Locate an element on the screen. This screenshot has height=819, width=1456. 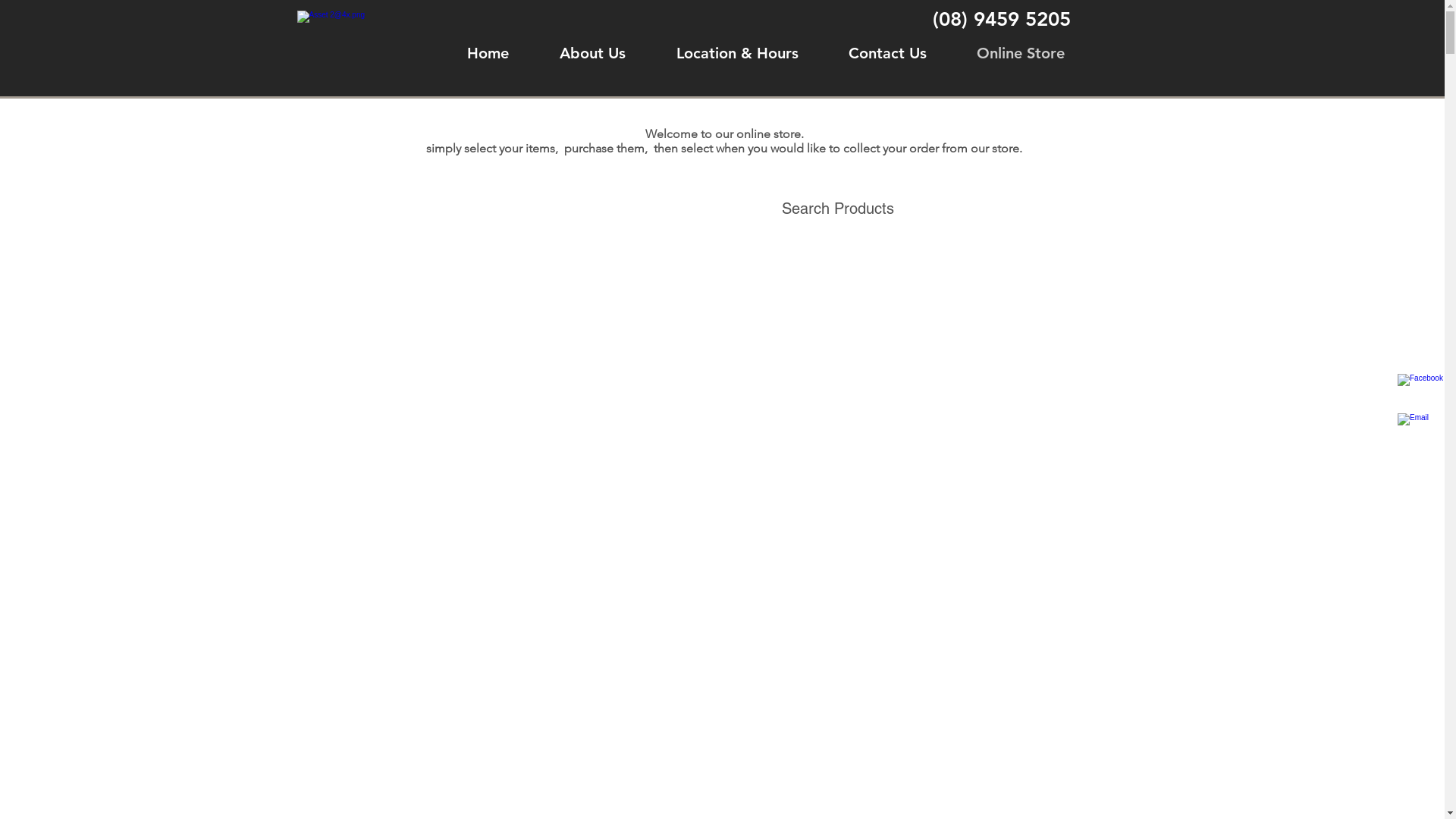
'Home' is located at coordinates (488, 52).